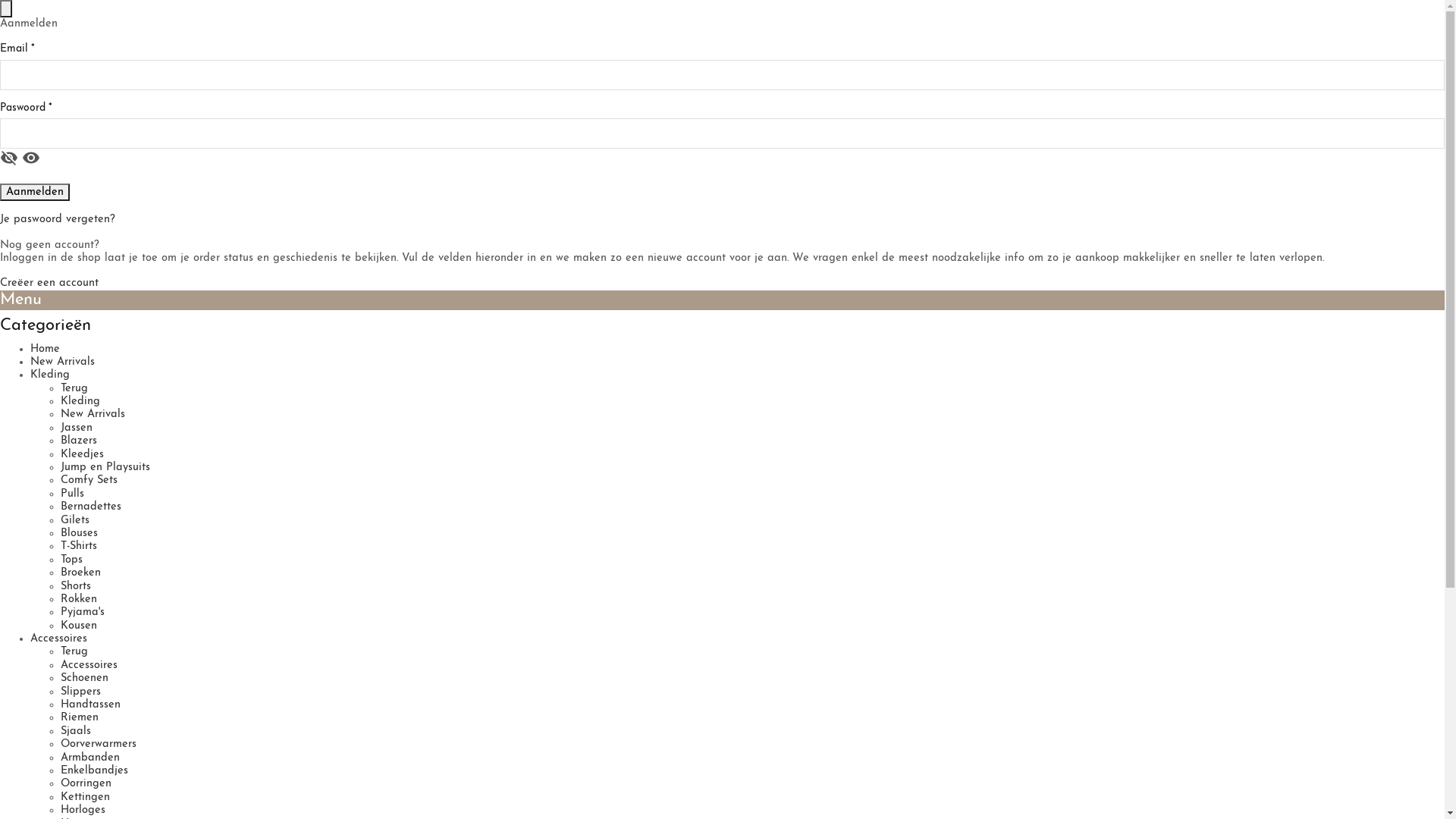  I want to click on 'Gilets', so click(74, 519).